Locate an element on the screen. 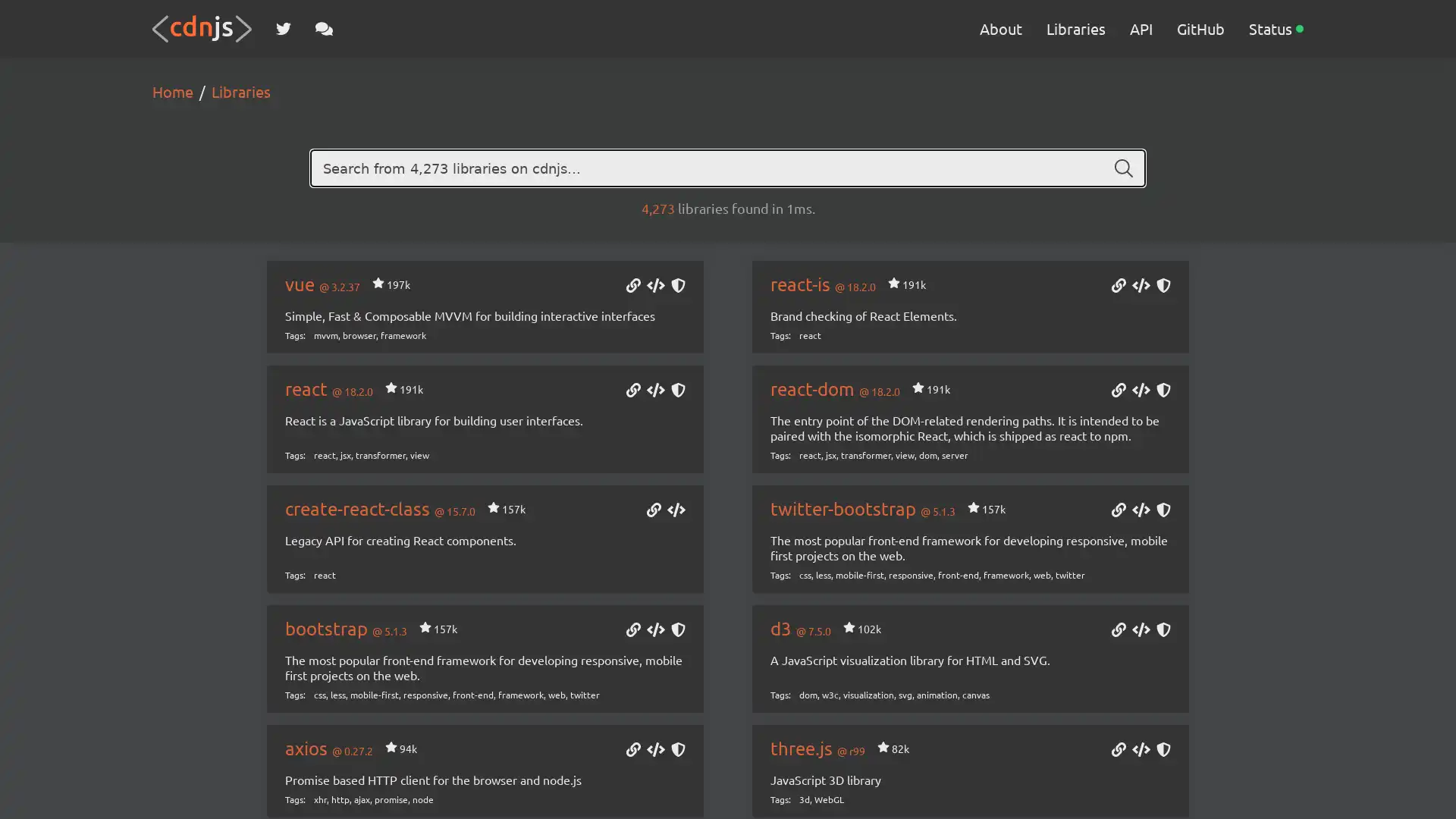 The height and width of the screenshot is (819, 1456). Copy SRI Hash is located at coordinates (676, 287).